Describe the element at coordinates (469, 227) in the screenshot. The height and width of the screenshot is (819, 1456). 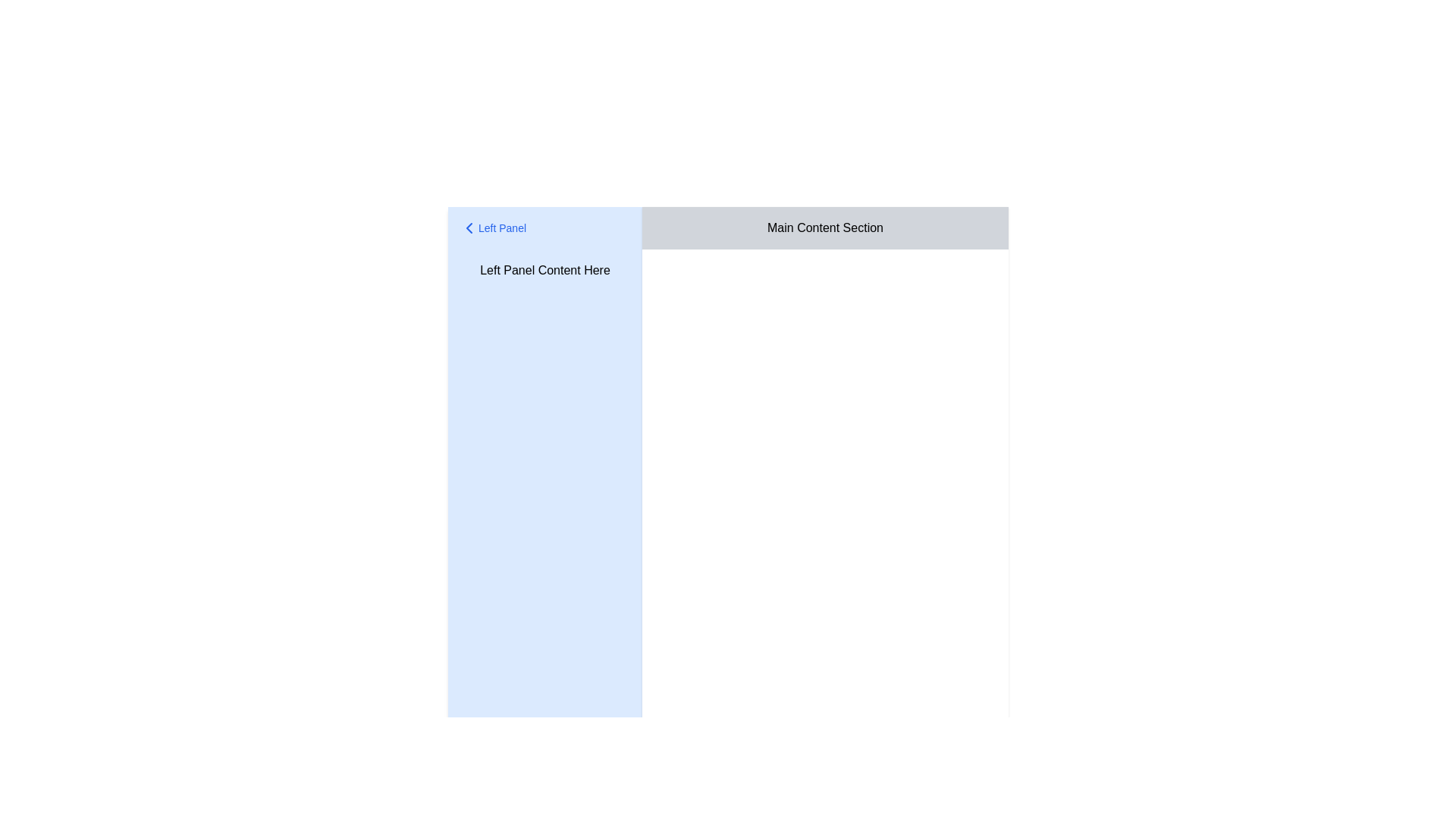
I see `the navigational icon located to the left of the 'Left Panel' label` at that location.